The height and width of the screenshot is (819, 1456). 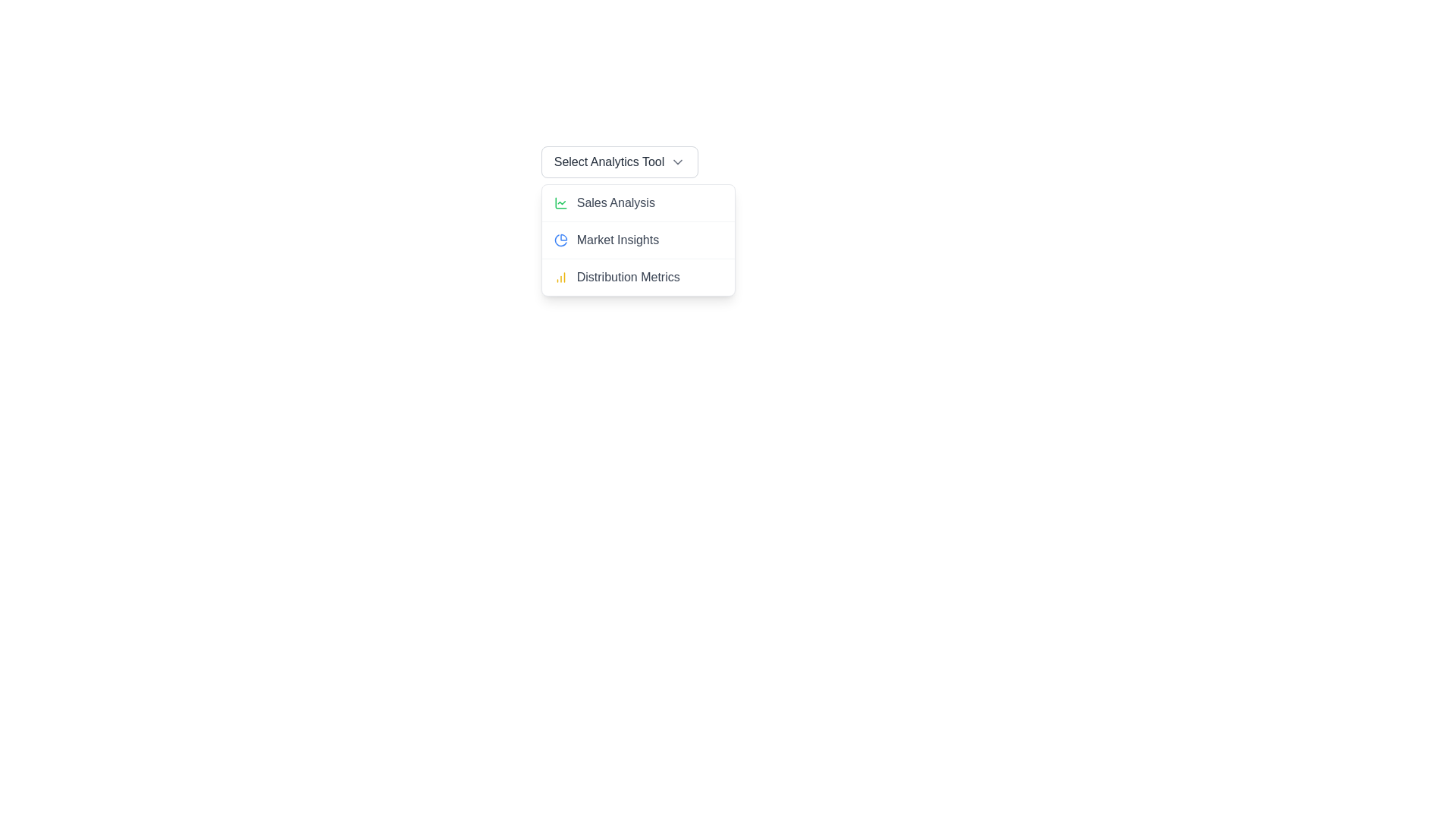 What do you see at coordinates (638, 202) in the screenshot?
I see `the topmost menu item labeled 'Sales Analysis' in the vertical menu` at bounding box center [638, 202].